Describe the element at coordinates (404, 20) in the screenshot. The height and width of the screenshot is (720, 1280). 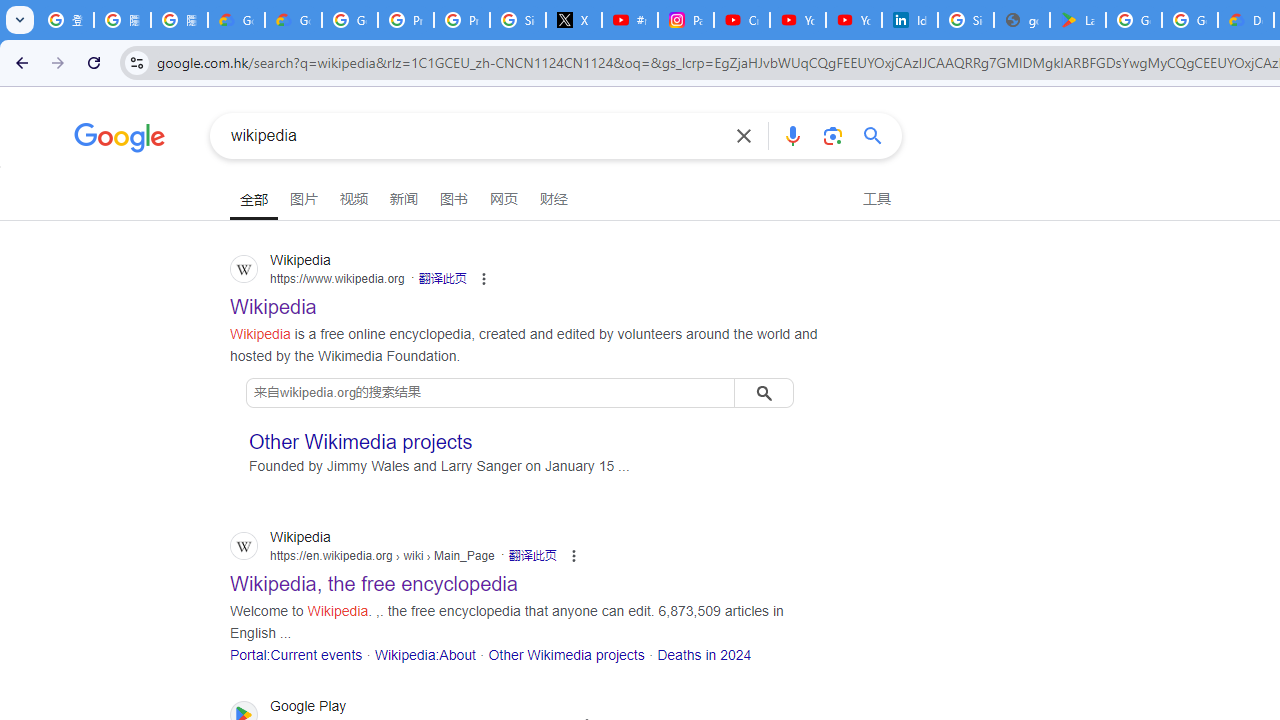
I see `'Privacy Help Center - Policies Help'` at that location.